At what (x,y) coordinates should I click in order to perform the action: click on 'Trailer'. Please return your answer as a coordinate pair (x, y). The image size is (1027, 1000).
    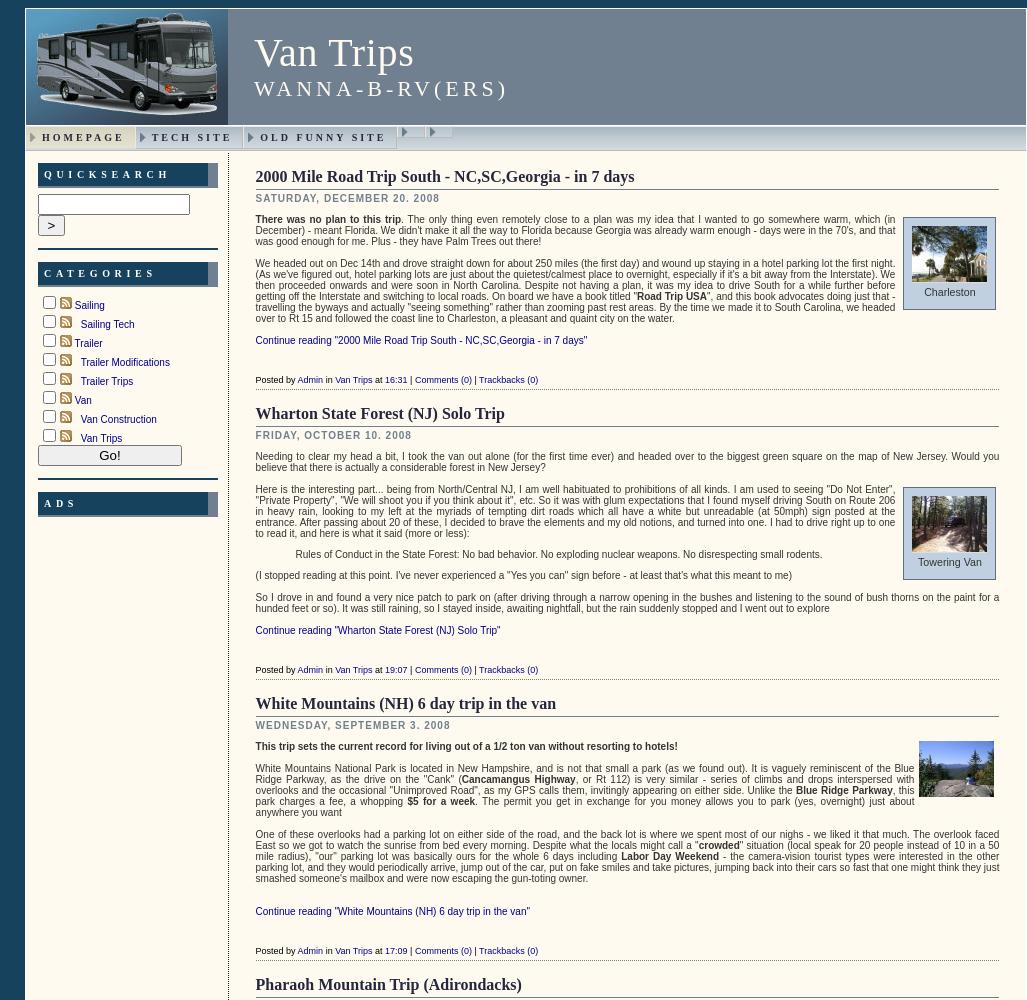
    Looking at the image, I should click on (73, 341).